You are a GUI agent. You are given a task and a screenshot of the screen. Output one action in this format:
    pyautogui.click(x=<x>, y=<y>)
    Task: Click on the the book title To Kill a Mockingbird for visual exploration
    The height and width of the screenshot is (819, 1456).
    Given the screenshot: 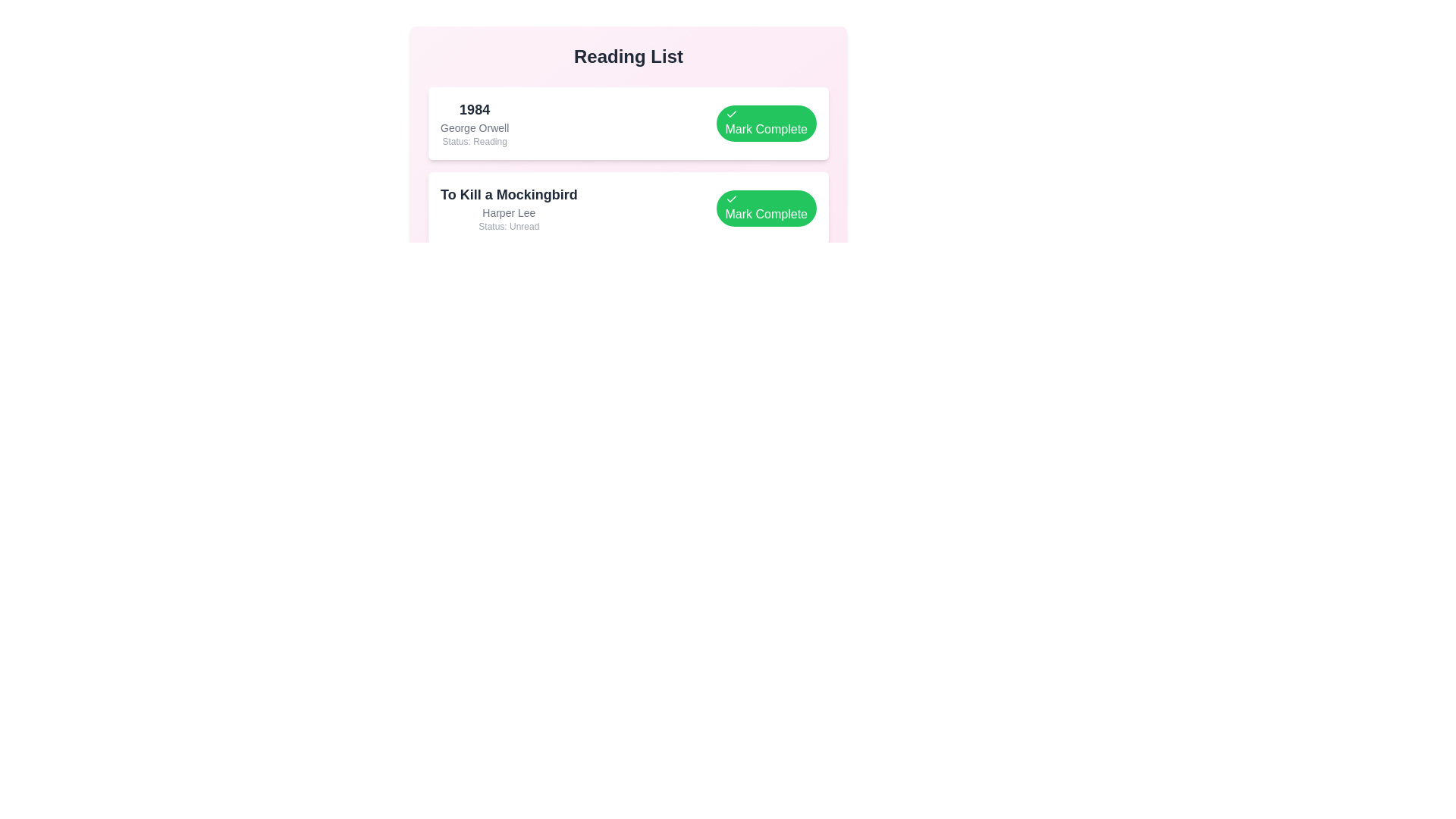 What is the action you would take?
    pyautogui.click(x=509, y=194)
    